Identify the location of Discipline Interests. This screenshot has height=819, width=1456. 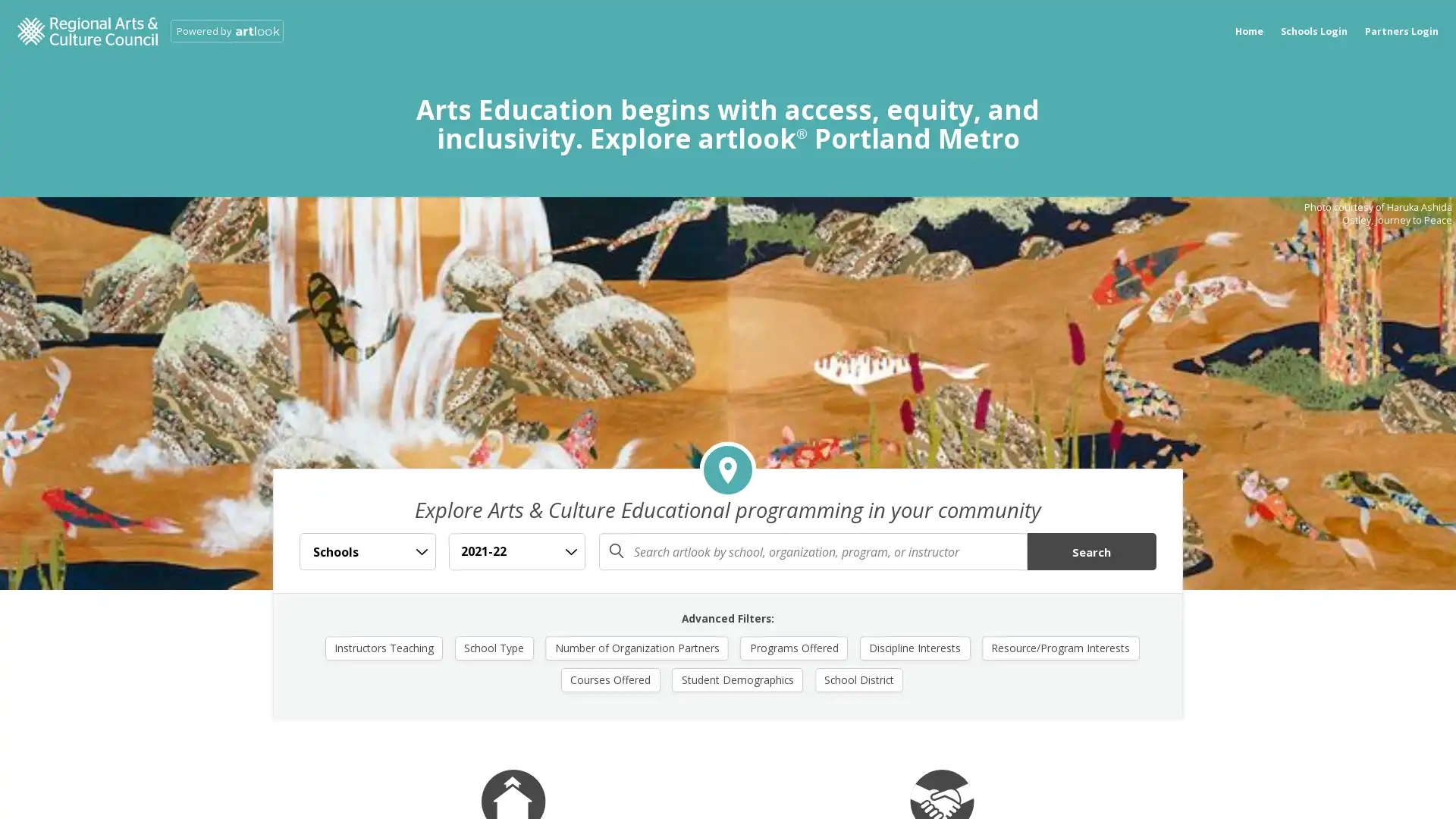
(913, 647).